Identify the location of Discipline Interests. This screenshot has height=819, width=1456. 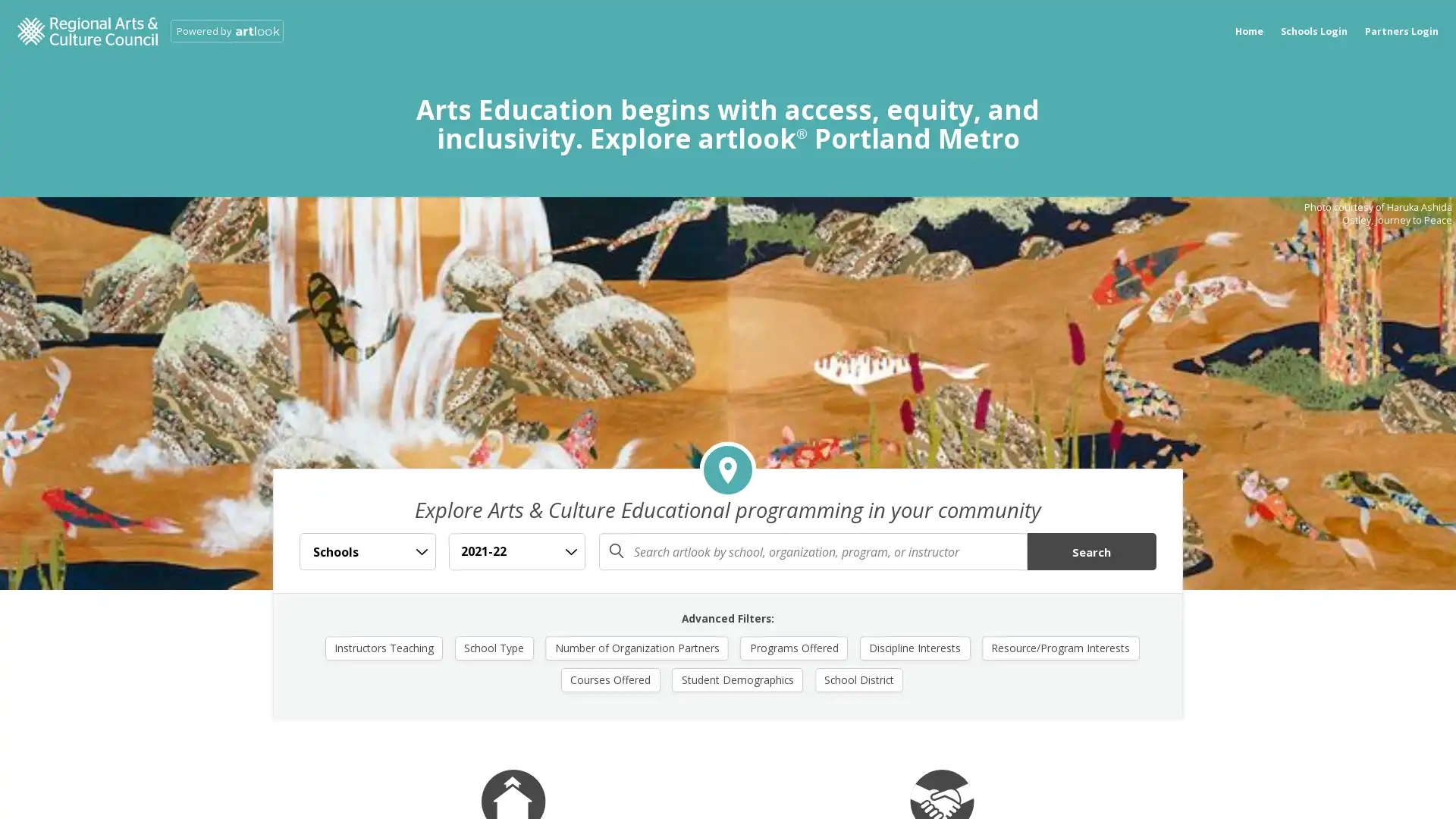
(913, 647).